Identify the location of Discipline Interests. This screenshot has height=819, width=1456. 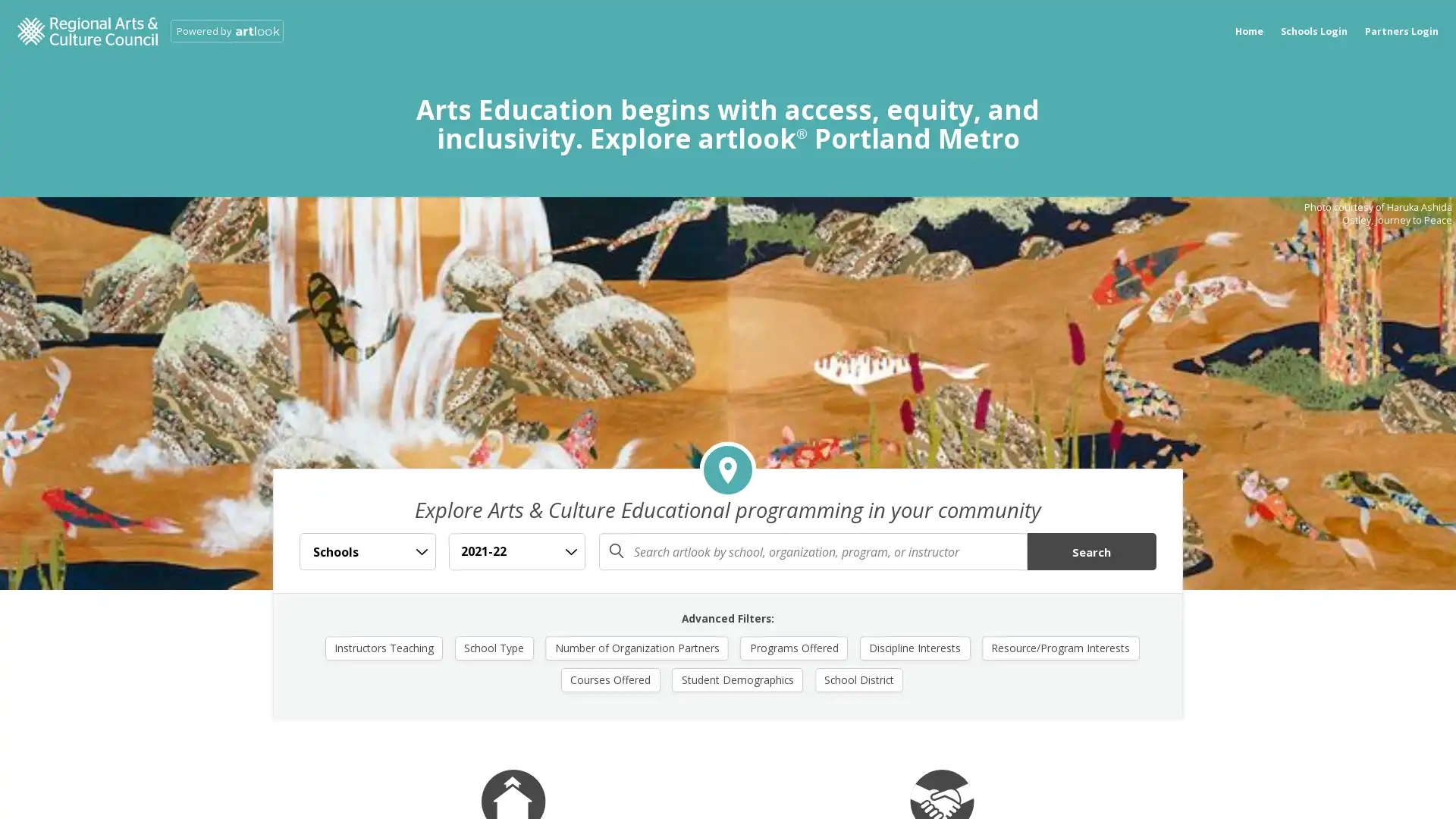
(913, 647).